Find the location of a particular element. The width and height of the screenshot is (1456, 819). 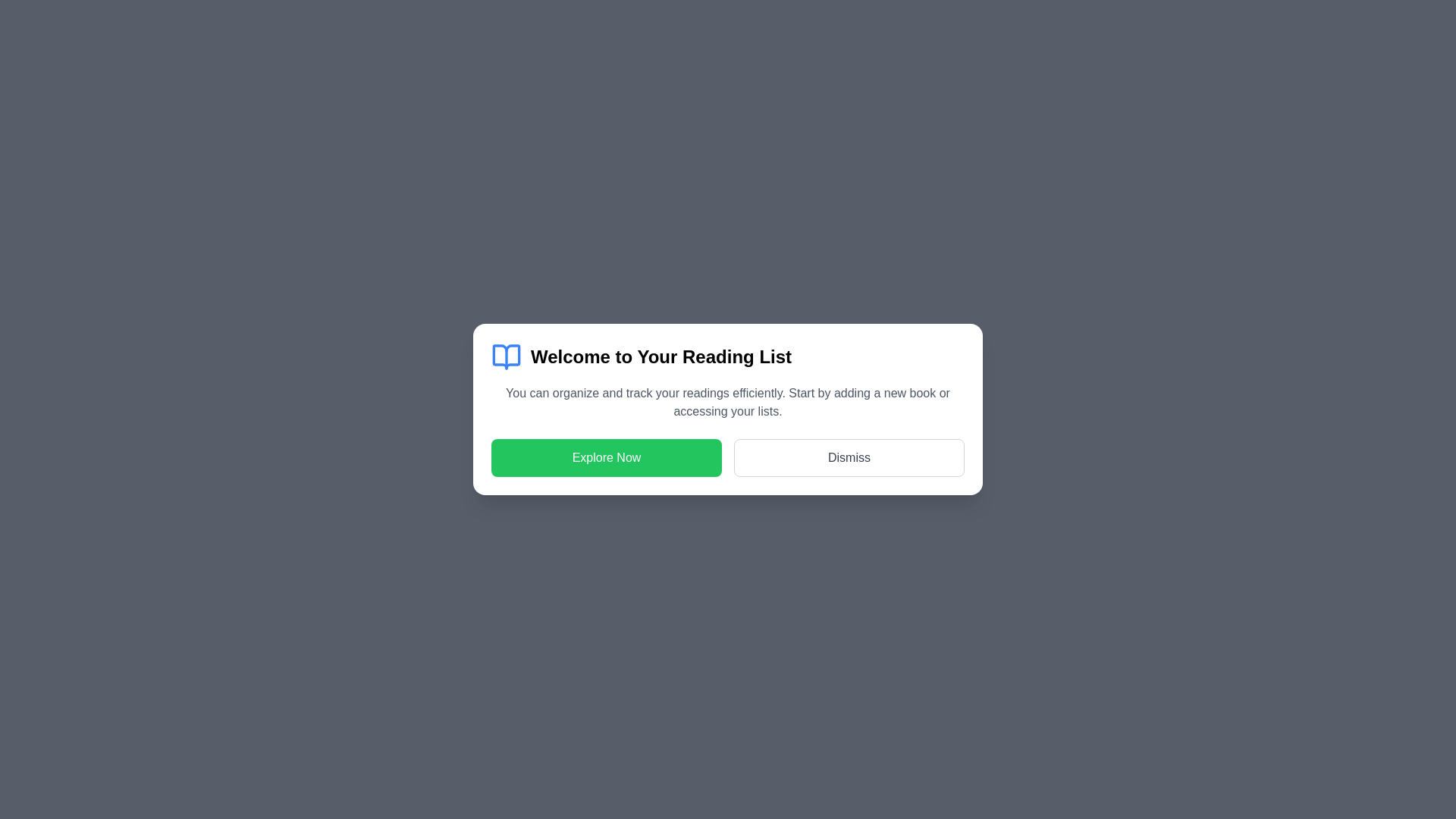

'Explore Now' button to initiate the explore functionality is located at coordinates (607, 457).